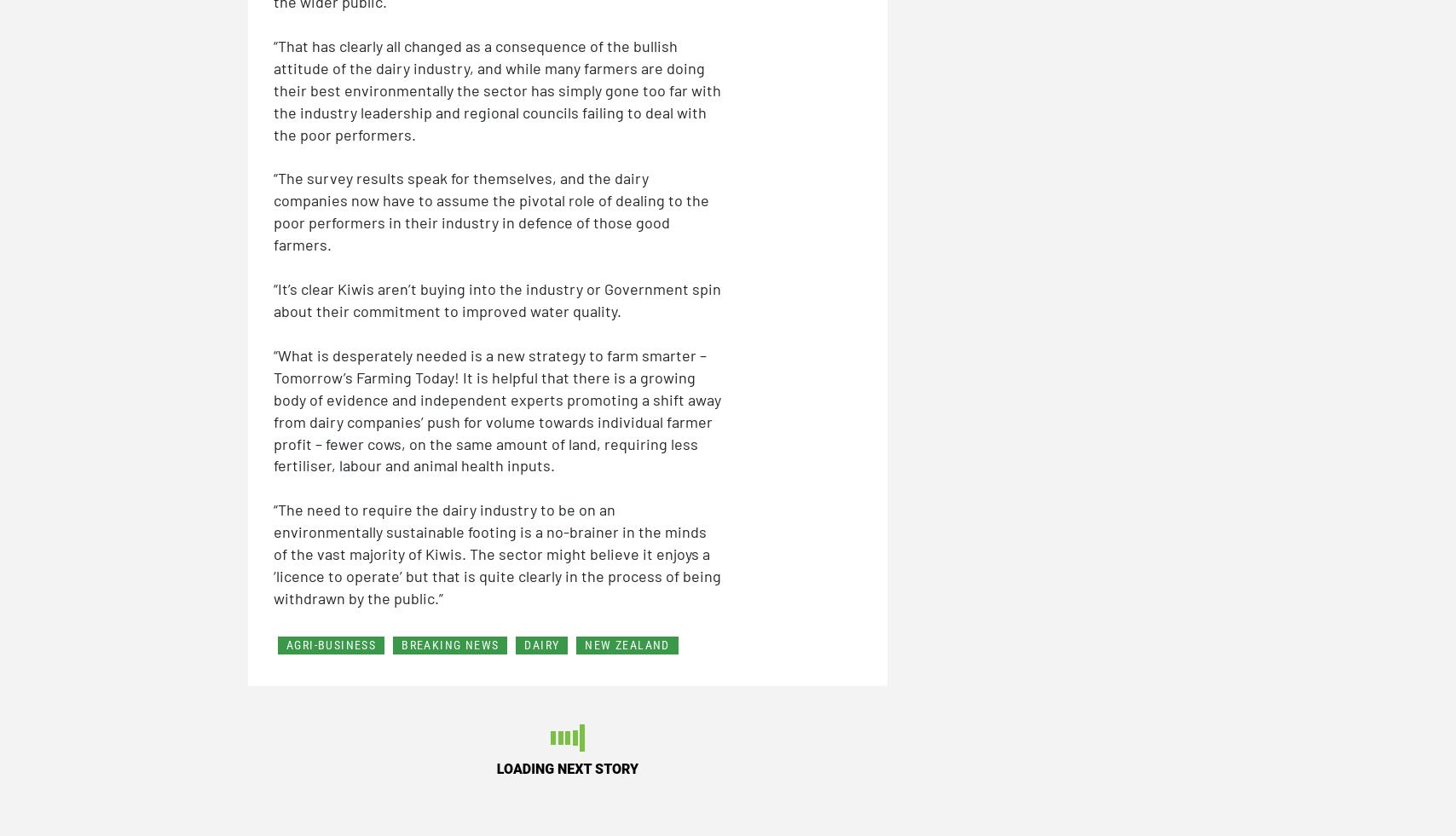 Image resolution: width=1456 pixels, height=836 pixels. What do you see at coordinates (497, 88) in the screenshot?
I see `'“That has clearly all changed as a consequence of the bullish attitude of the dairy industry, and while many farmers are doing their best environmentally the sector has simply gone too far with the industry leadership and regional councils failing to deal with the poor performers.'` at bounding box center [497, 88].